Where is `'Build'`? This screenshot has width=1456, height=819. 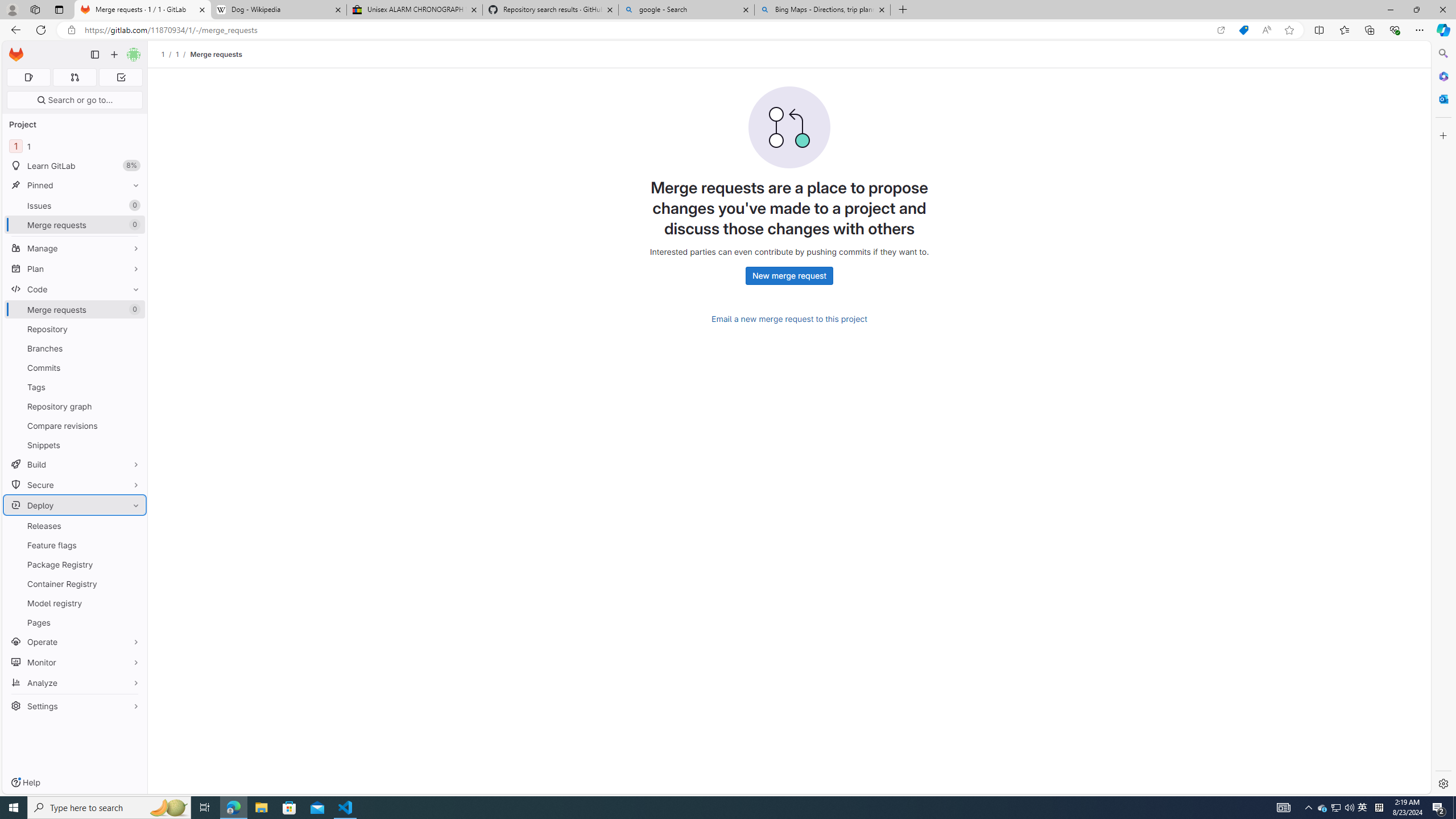
'Build' is located at coordinates (74, 464).